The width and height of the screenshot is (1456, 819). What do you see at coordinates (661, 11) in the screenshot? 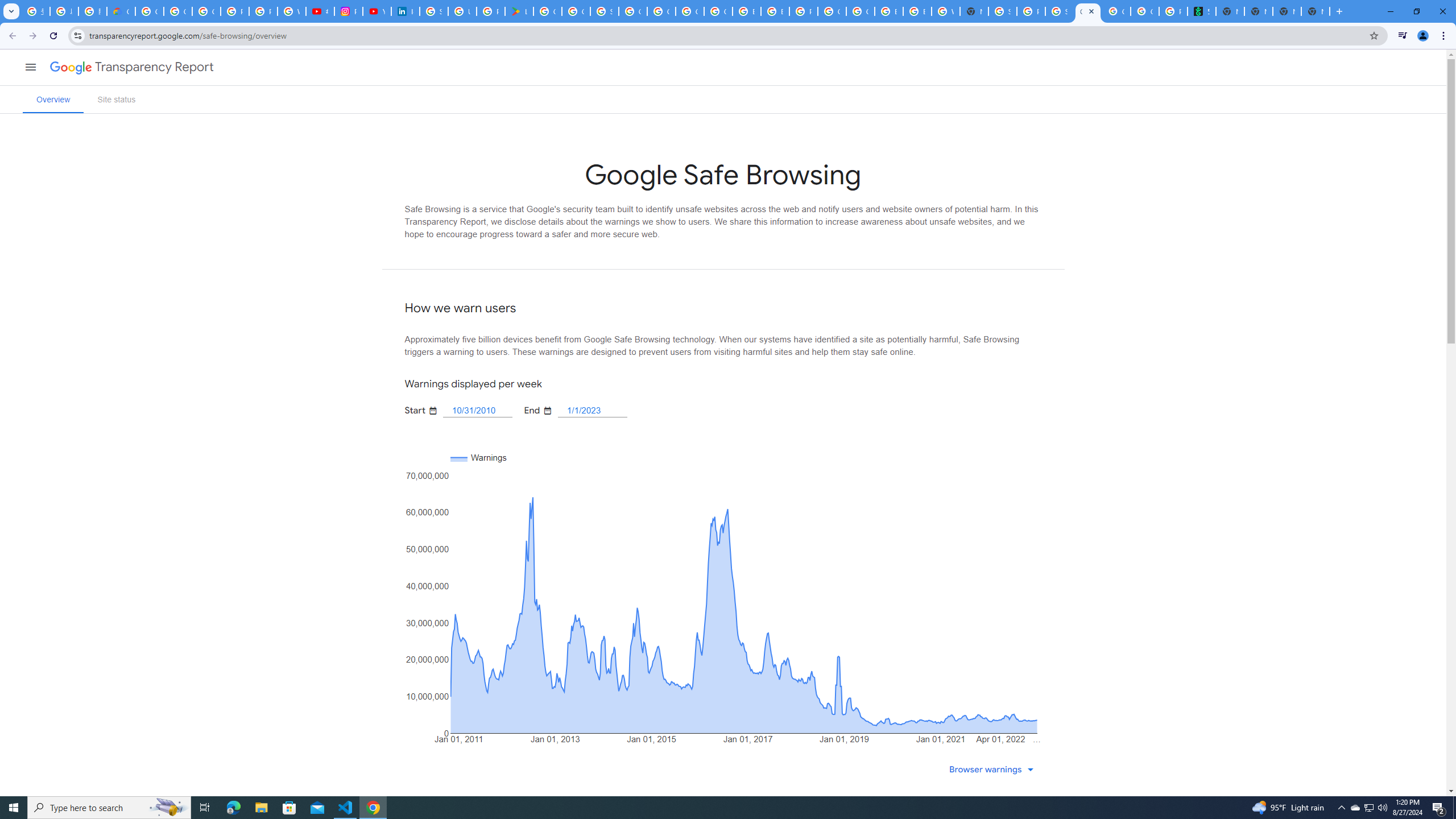
I see `'Google Cloud Platform'` at bounding box center [661, 11].